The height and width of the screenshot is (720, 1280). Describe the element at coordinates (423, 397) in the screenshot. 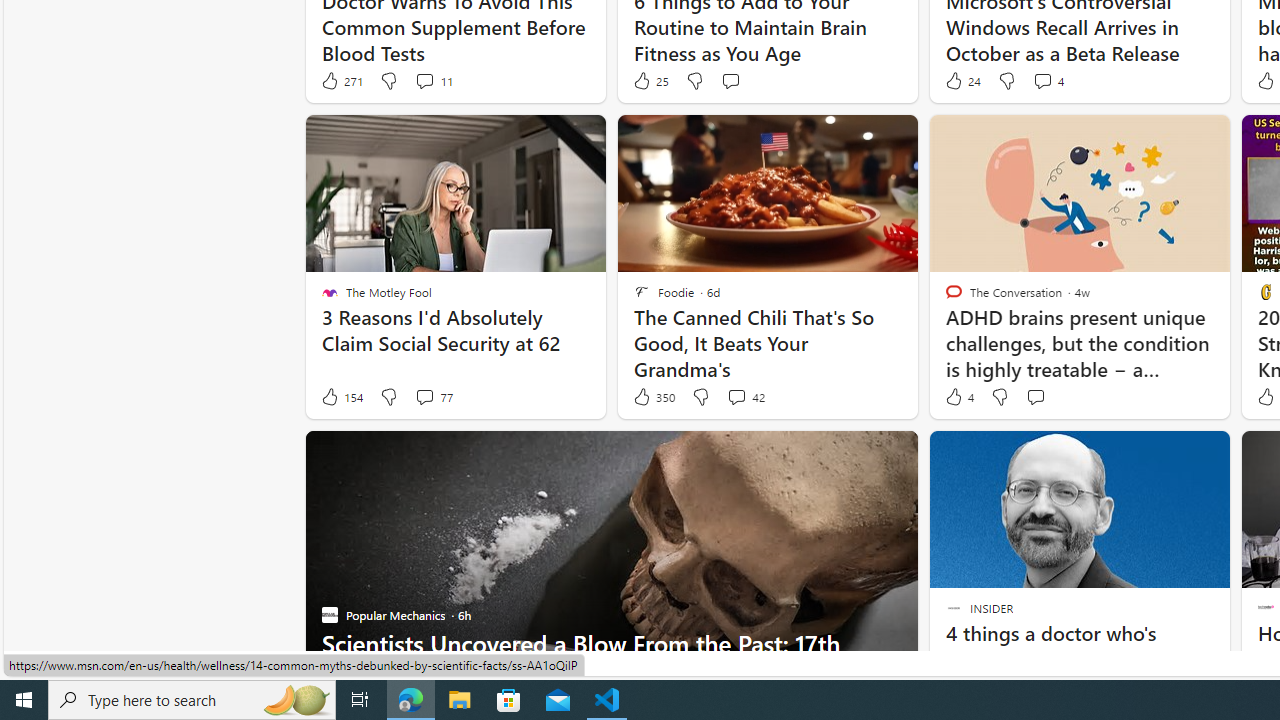

I see `'View comments 77 Comment'` at that location.